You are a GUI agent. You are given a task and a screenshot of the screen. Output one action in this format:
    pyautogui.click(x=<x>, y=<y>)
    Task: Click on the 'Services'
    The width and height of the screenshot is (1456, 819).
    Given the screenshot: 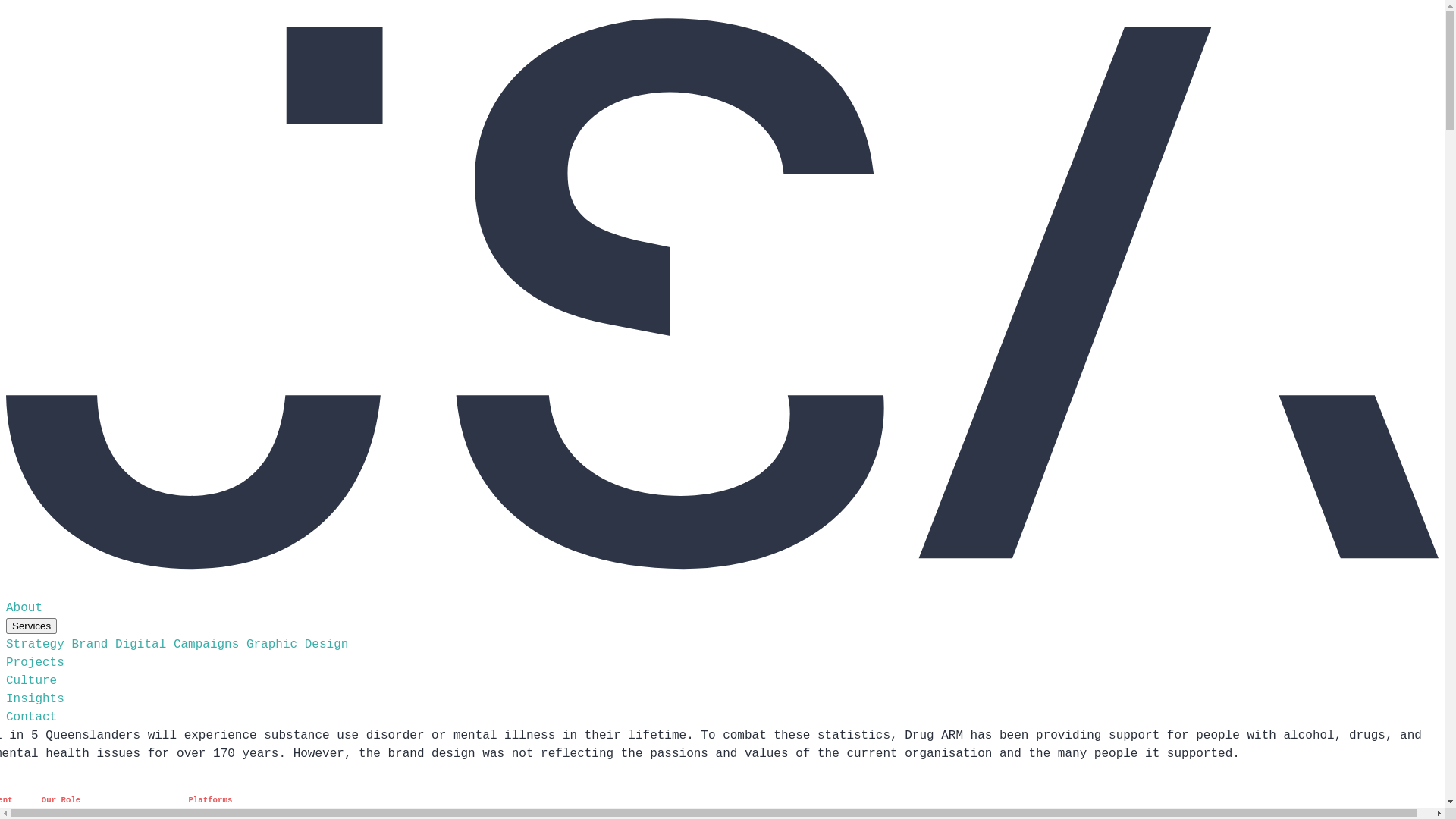 What is the action you would take?
    pyautogui.click(x=6, y=626)
    